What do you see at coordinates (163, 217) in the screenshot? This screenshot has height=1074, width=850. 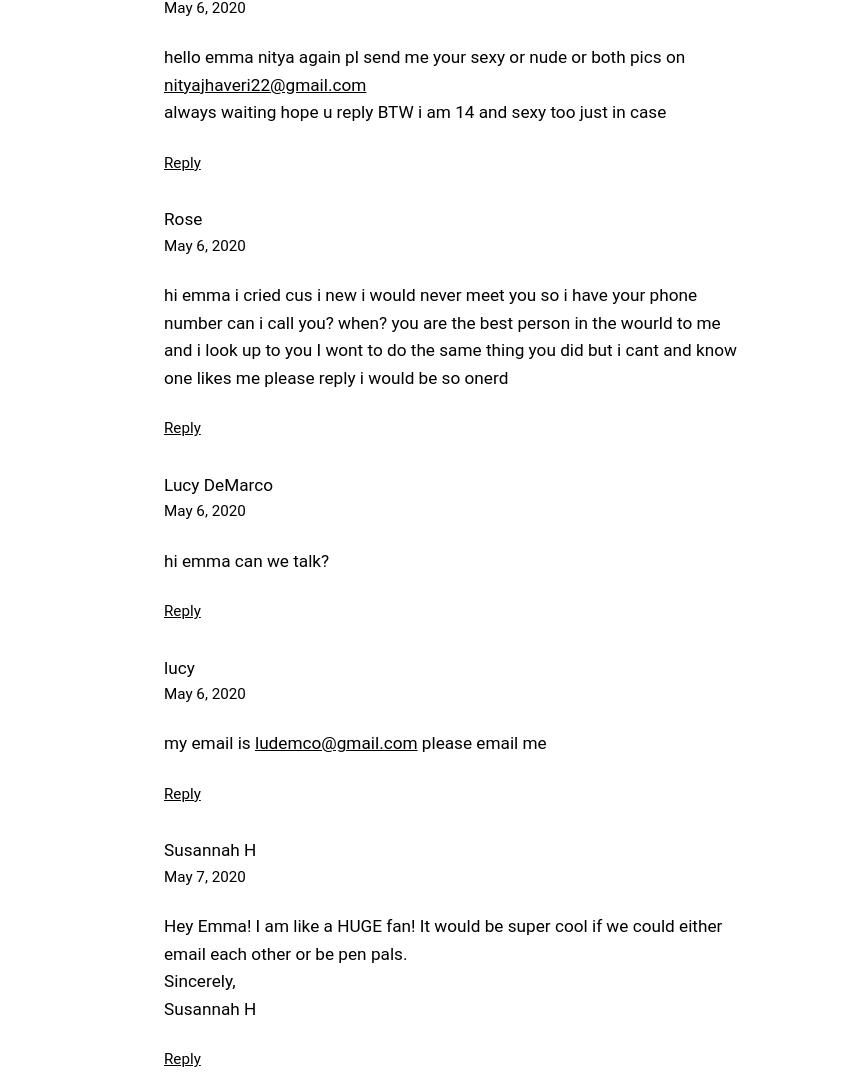 I see `'Rose'` at bounding box center [163, 217].